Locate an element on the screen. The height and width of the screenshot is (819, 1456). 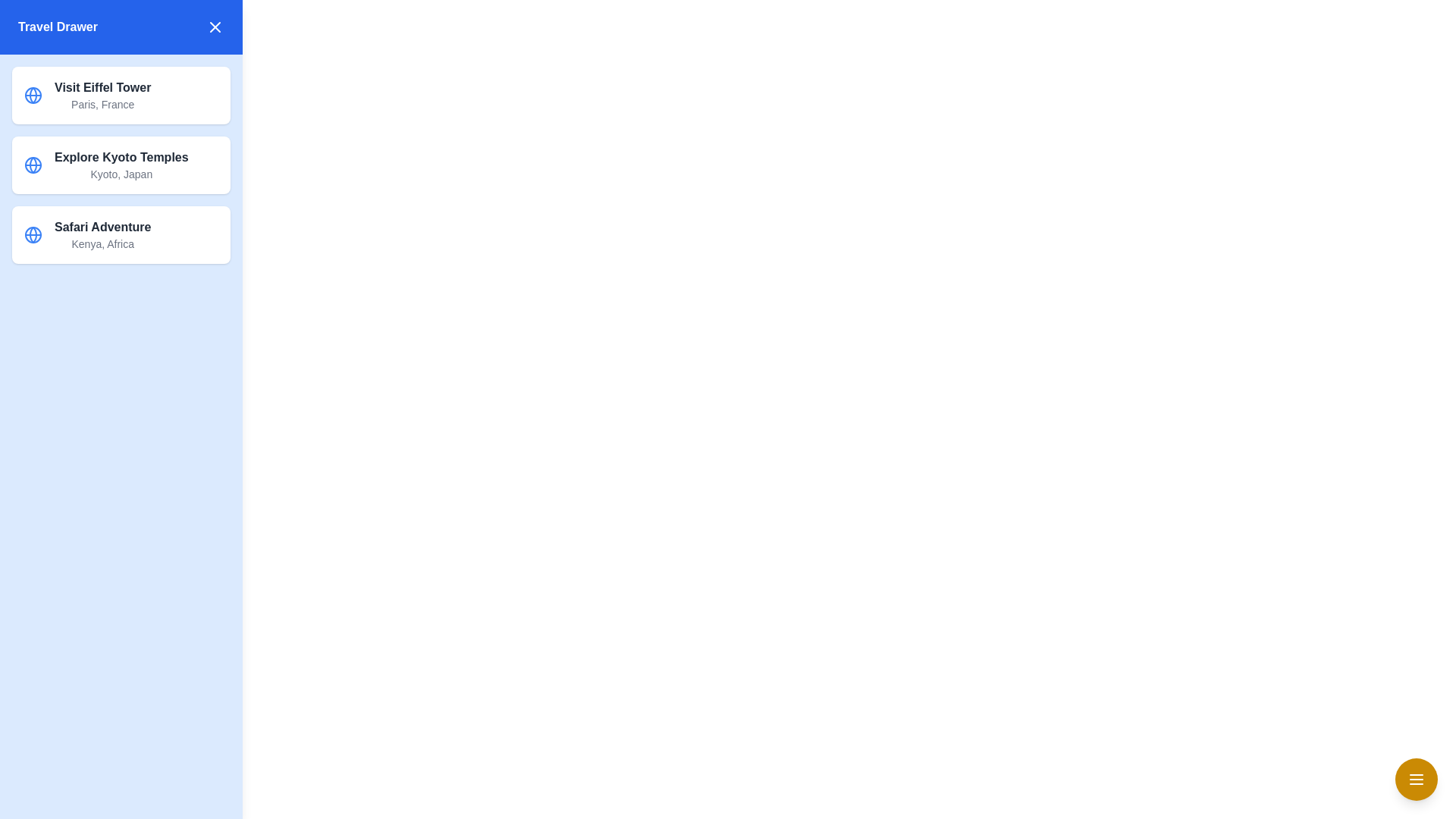
the bold text label reading 'Explore Kyoto Temples' located in the second item of the vertical list in the side navigation drawer is located at coordinates (121, 158).